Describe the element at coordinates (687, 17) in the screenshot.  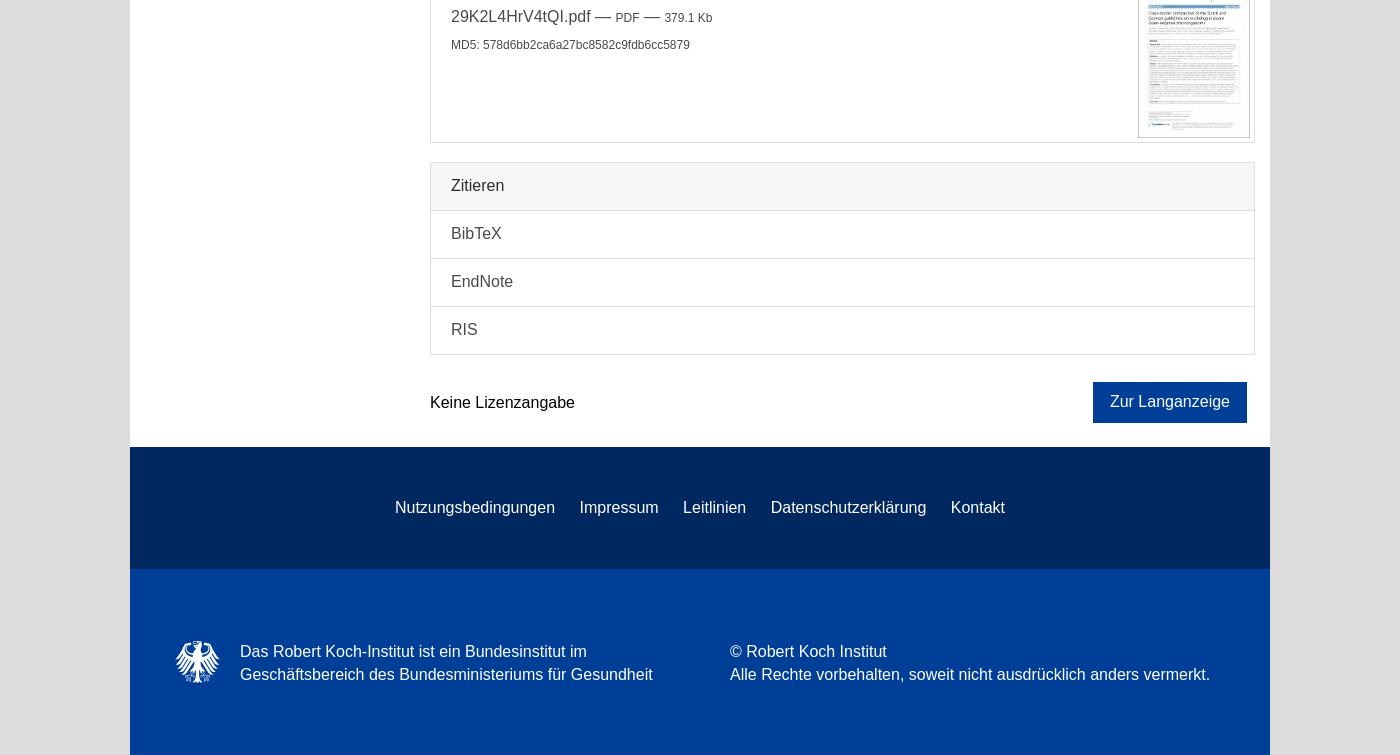
I see `'379.1 Kb'` at that location.